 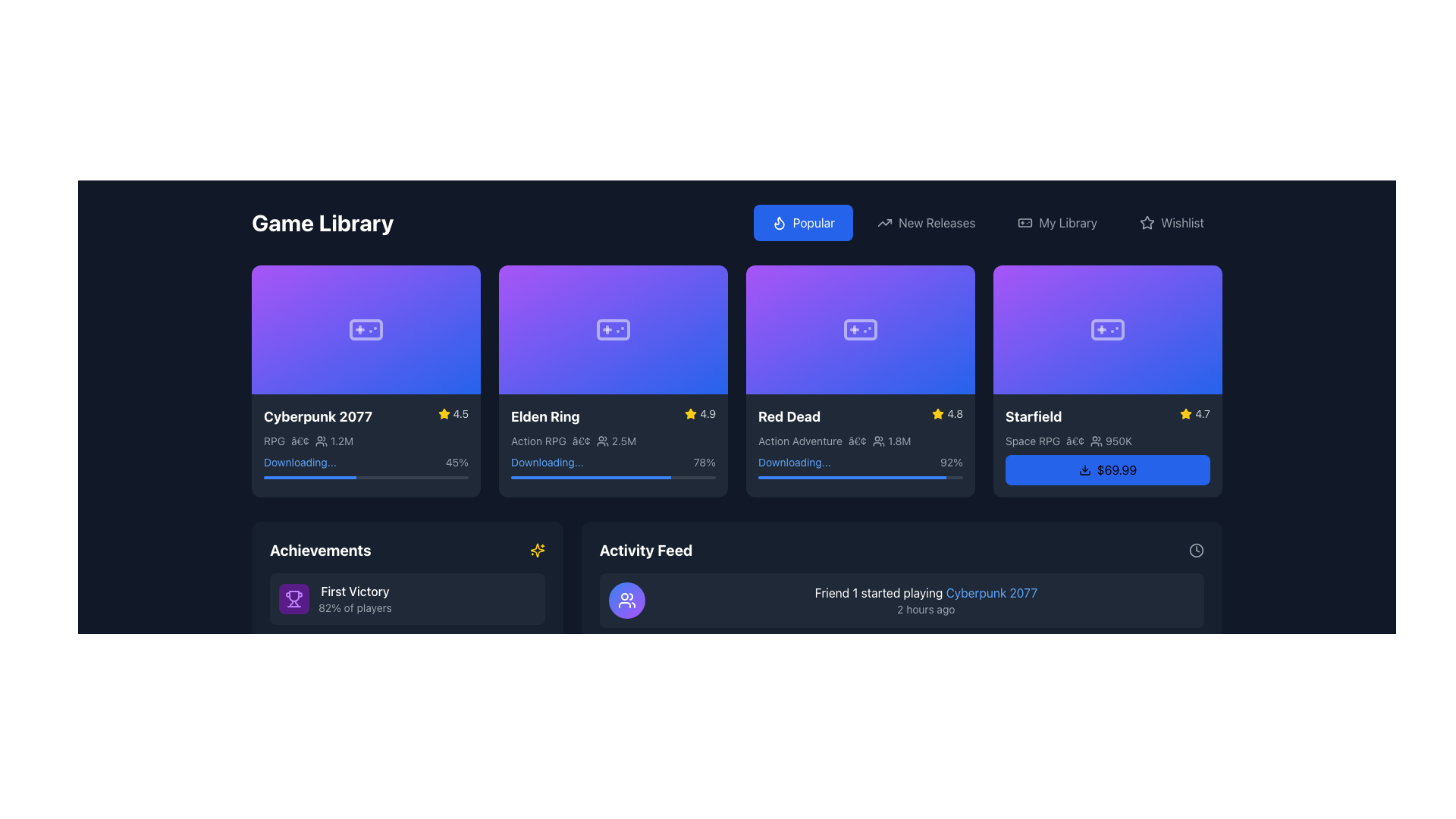 I want to click on the user metrics icon, which is a group of people icon located to the left of the text '950K' in the 'Starfield' card of the 'Game Library' section, so click(x=1097, y=441).